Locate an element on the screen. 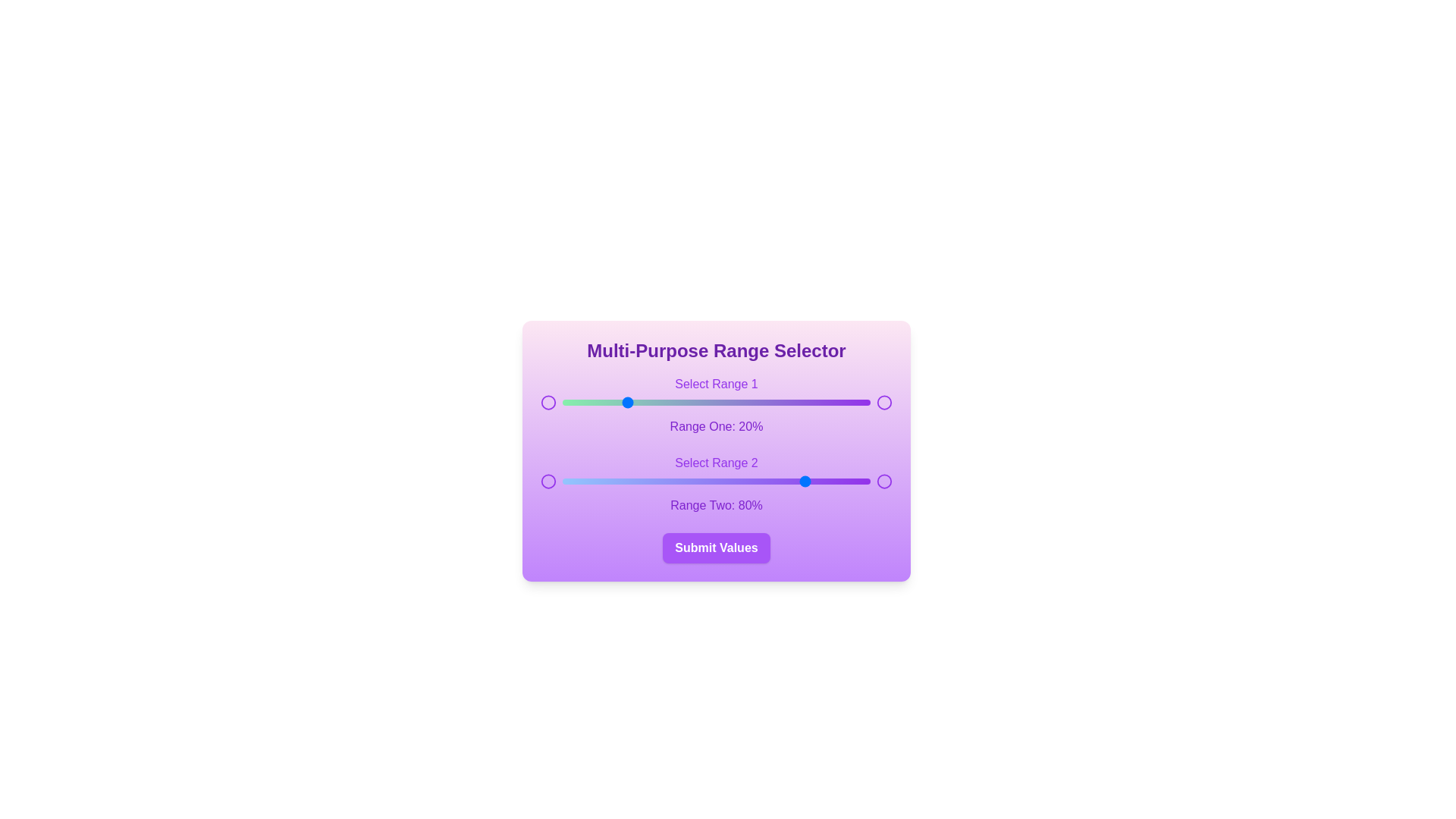  the second range slider to 90% is located at coordinates (839, 482).